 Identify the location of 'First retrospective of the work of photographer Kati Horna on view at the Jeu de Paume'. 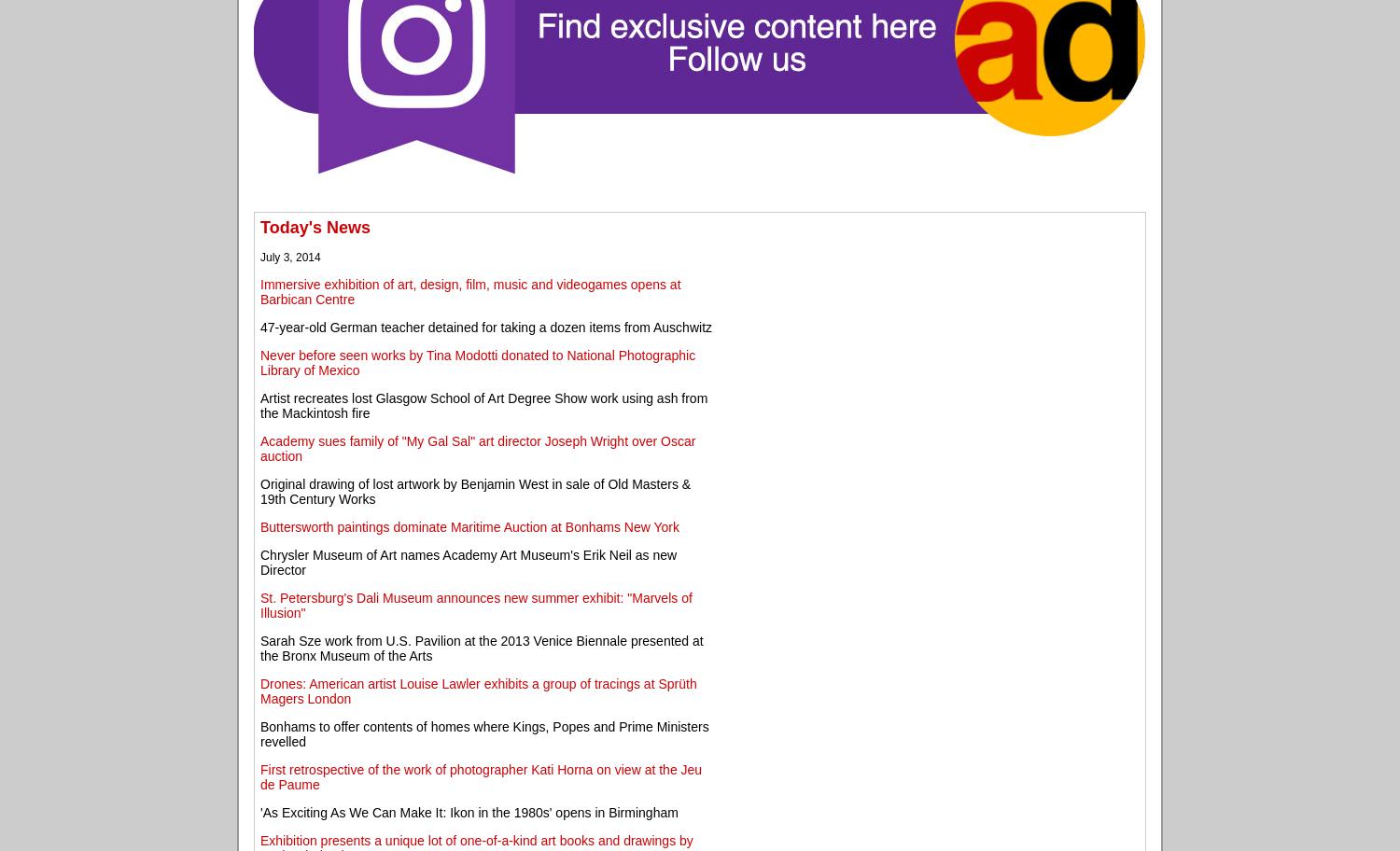
(481, 775).